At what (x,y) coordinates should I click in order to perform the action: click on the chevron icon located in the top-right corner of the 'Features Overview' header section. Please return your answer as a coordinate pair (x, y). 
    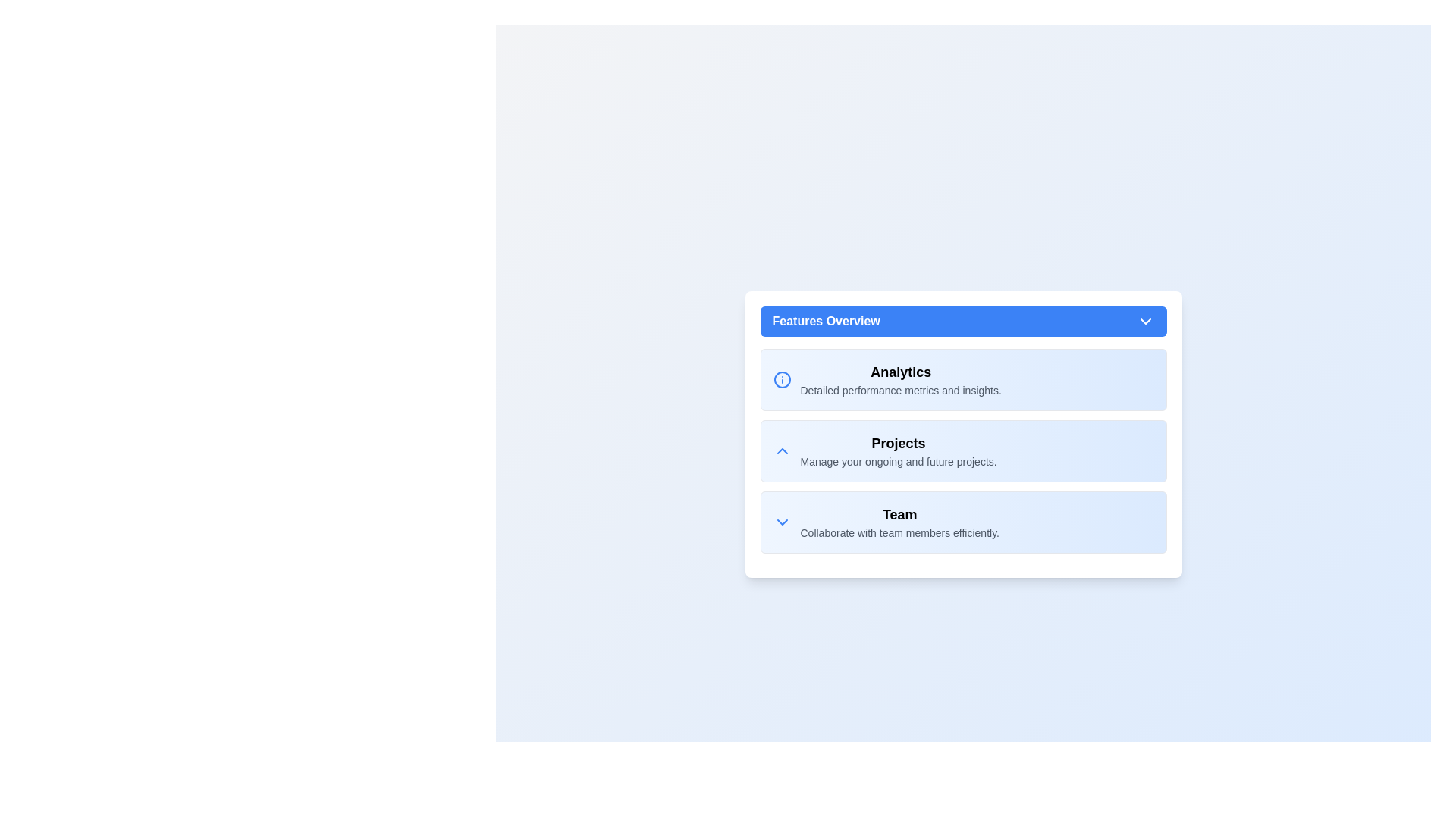
    Looking at the image, I should click on (1145, 321).